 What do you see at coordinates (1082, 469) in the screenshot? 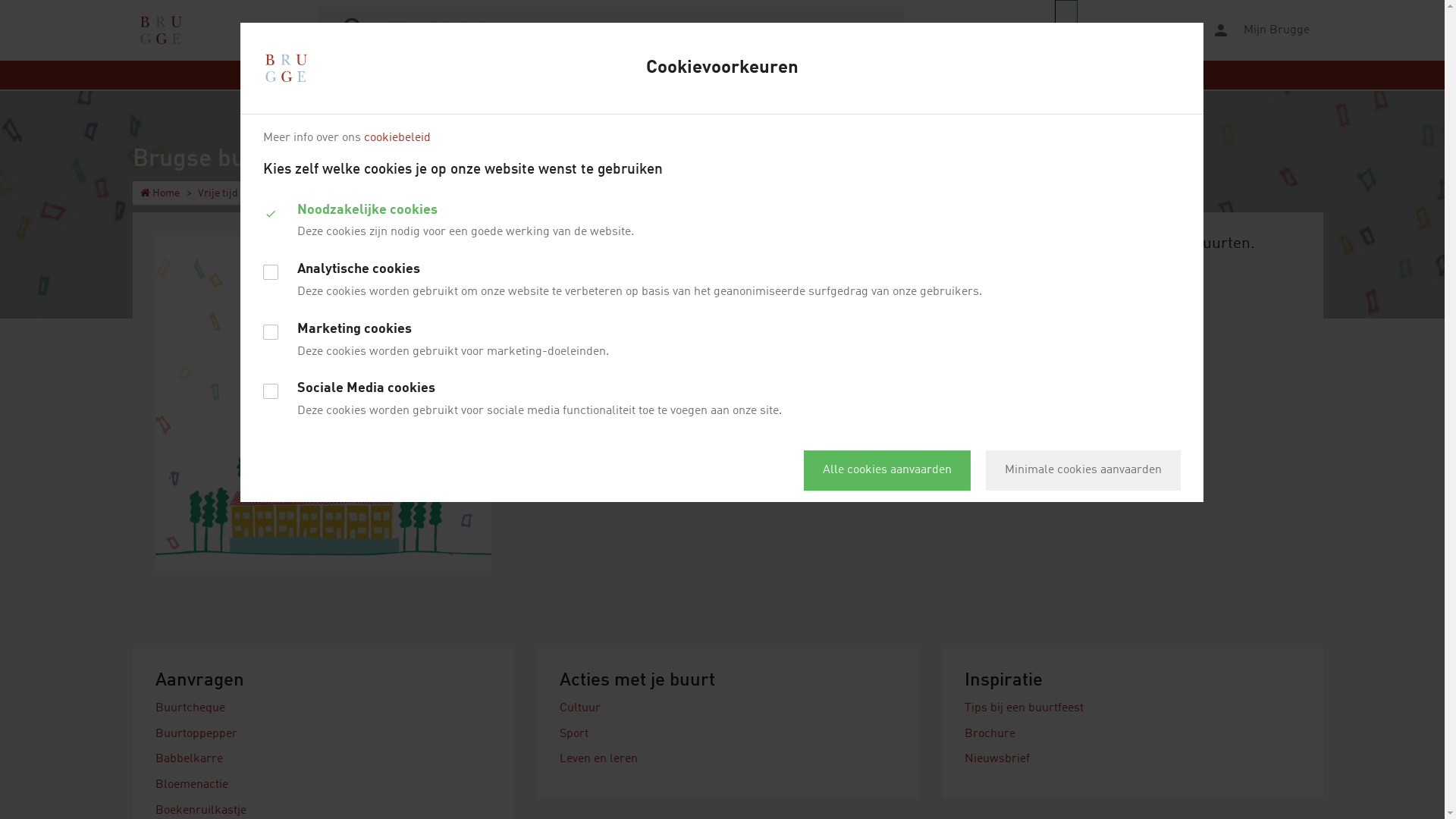
I see `'Minimale cookies aanvaarden'` at bounding box center [1082, 469].